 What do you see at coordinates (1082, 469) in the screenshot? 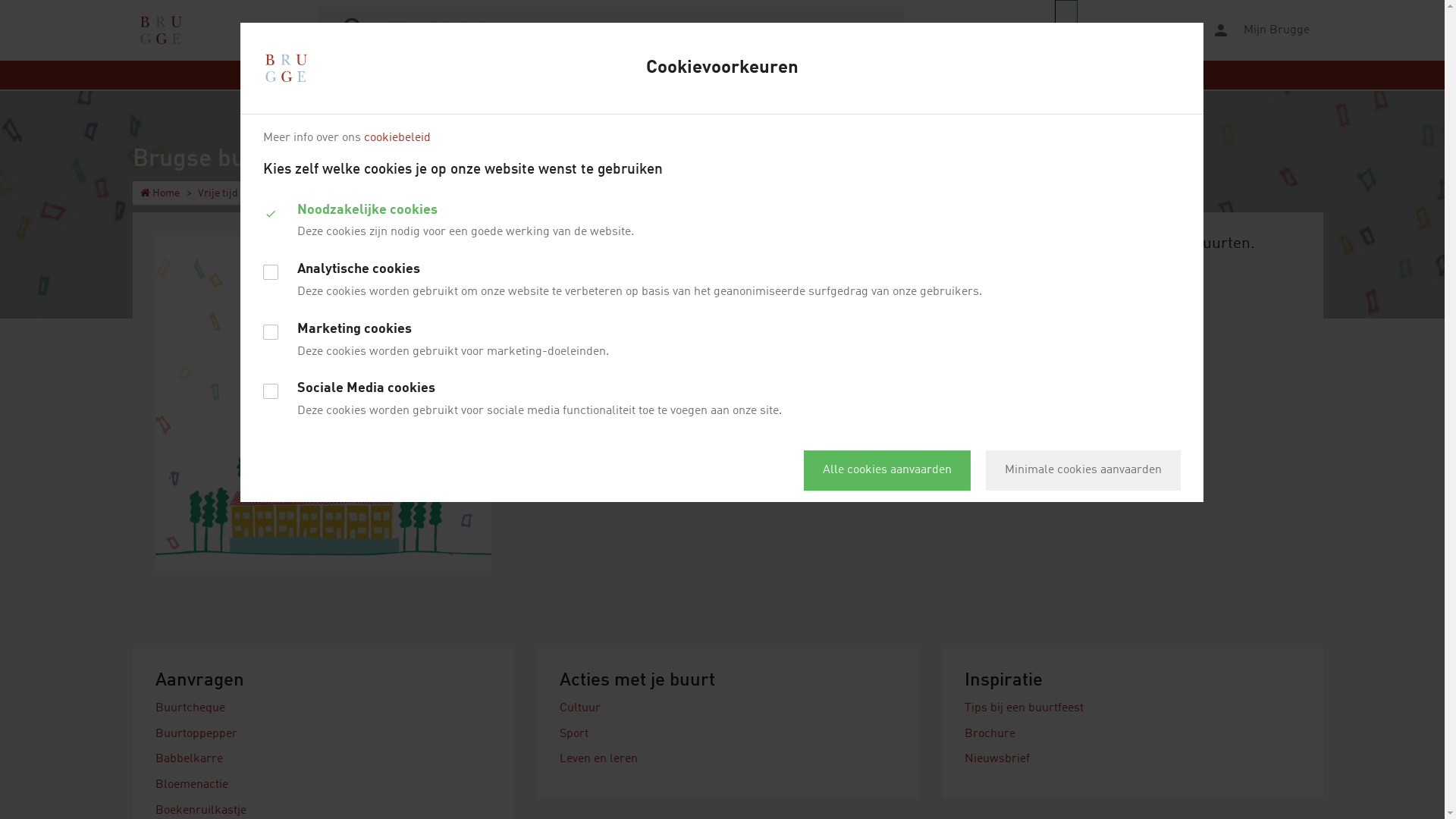
I see `'Minimale cookies aanvaarden'` at bounding box center [1082, 469].